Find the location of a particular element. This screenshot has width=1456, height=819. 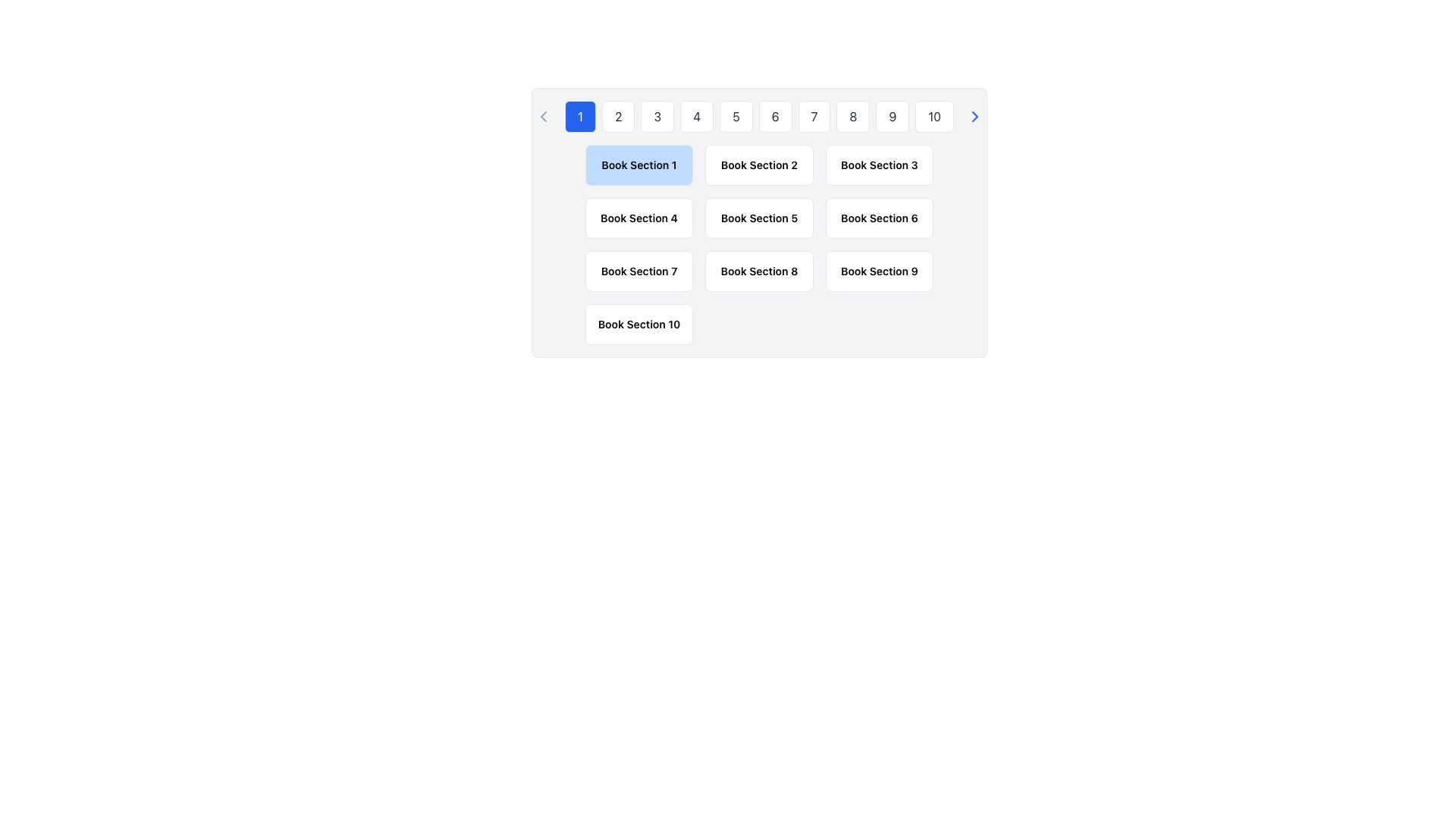

the text label displaying 'Book Section 4', which is styled in a smaller font size and emboldened, located in the second row of the grid layout is located at coordinates (639, 218).